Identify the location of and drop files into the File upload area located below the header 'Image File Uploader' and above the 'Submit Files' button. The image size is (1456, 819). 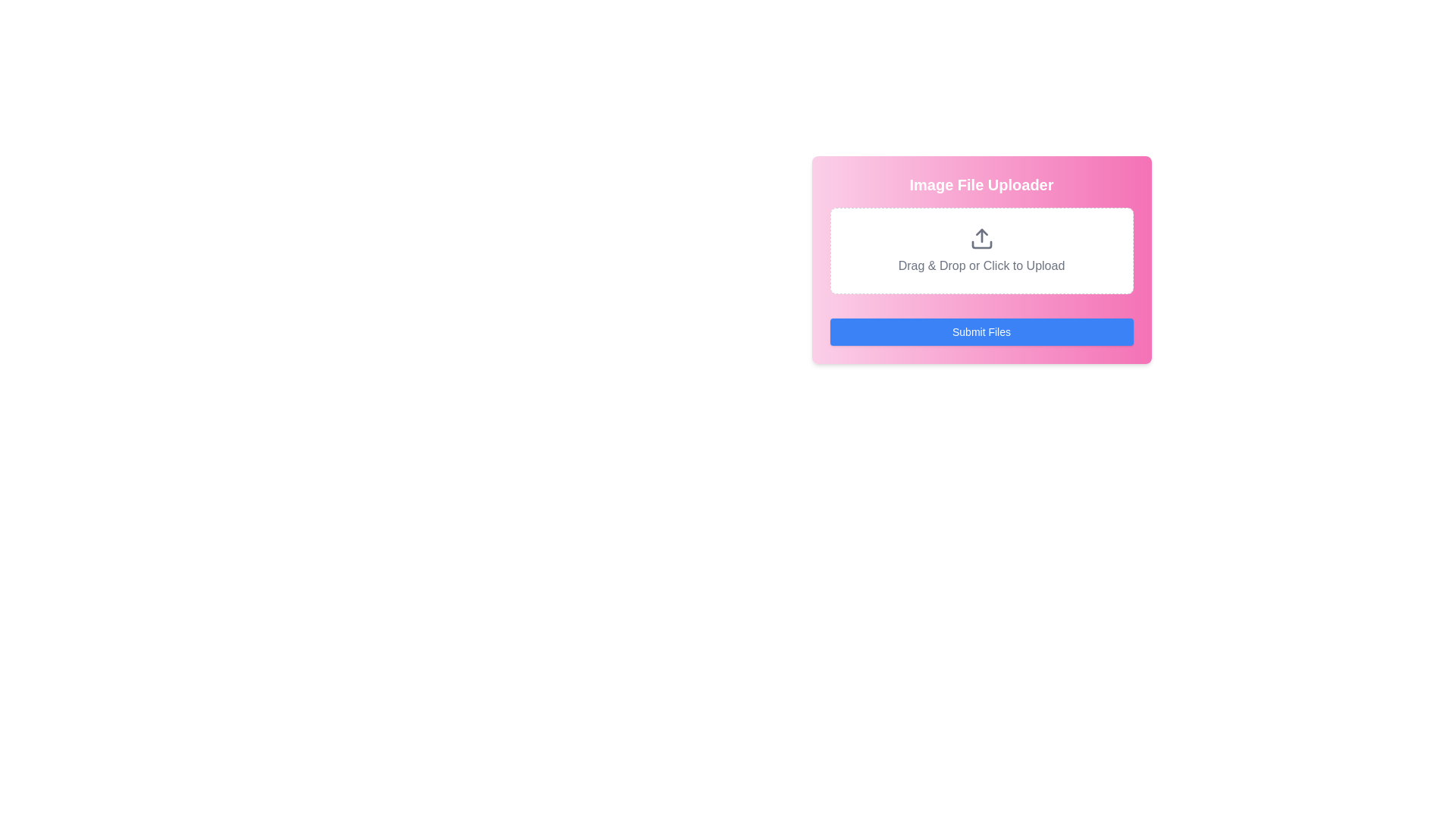
(981, 250).